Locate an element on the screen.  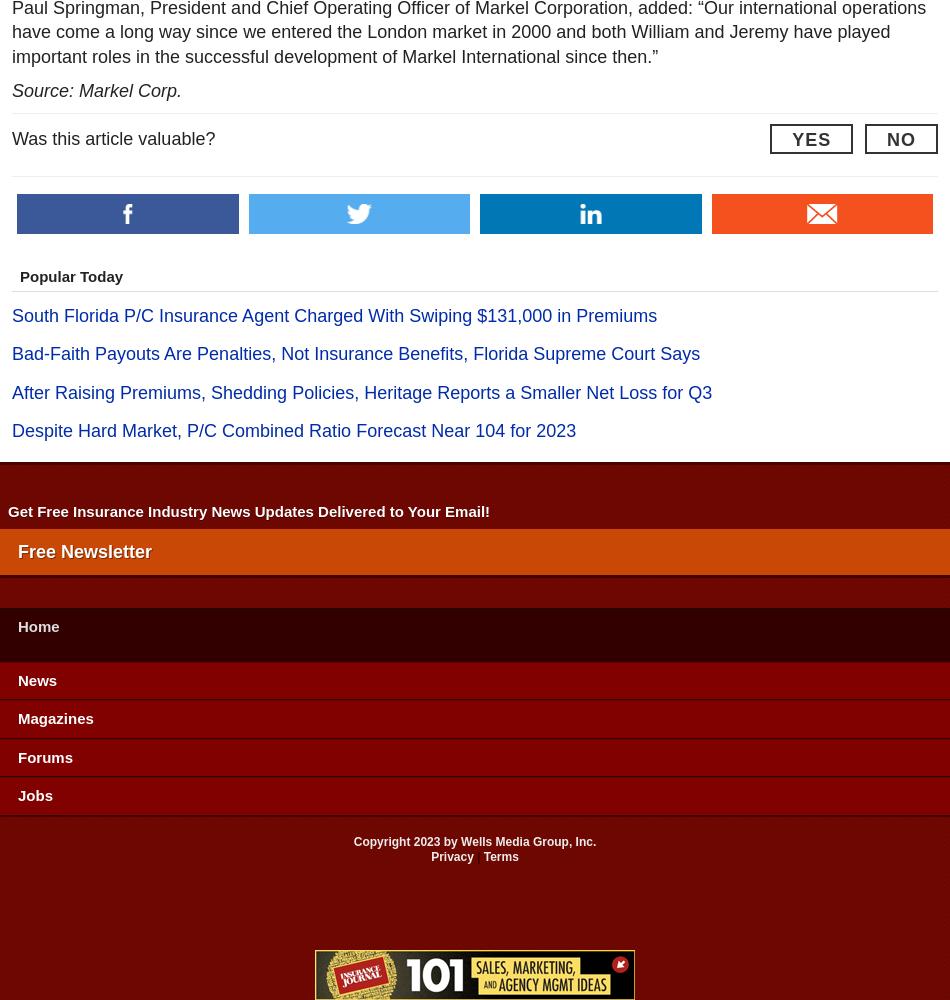
'Was this article valuable?' is located at coordinates (11, 138).